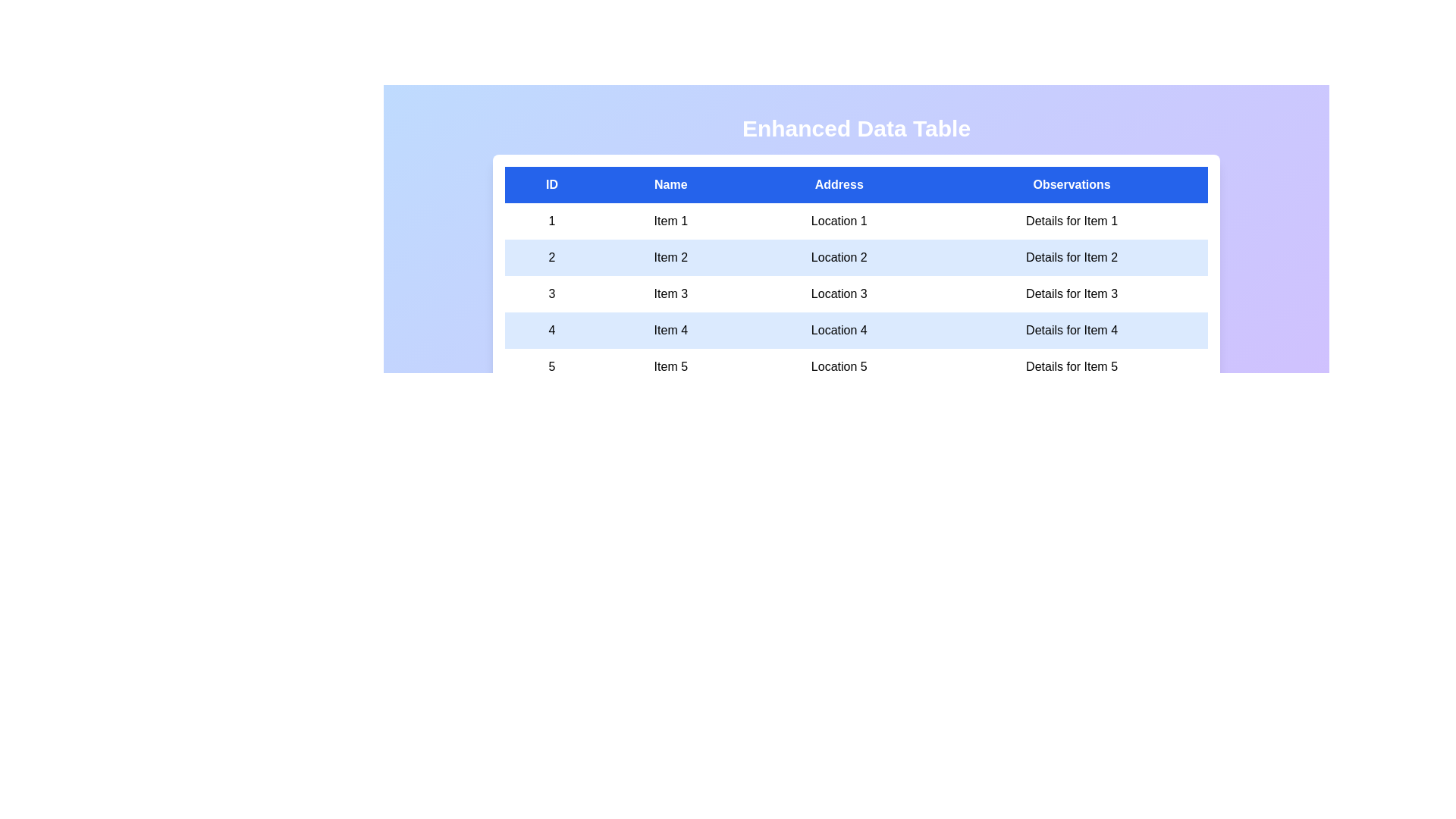  What do you see at coordinates (1070, 184) in the screenshot?
I see `the header labeled Observations to sort the table by that column` at bounding box center [1070, 184].